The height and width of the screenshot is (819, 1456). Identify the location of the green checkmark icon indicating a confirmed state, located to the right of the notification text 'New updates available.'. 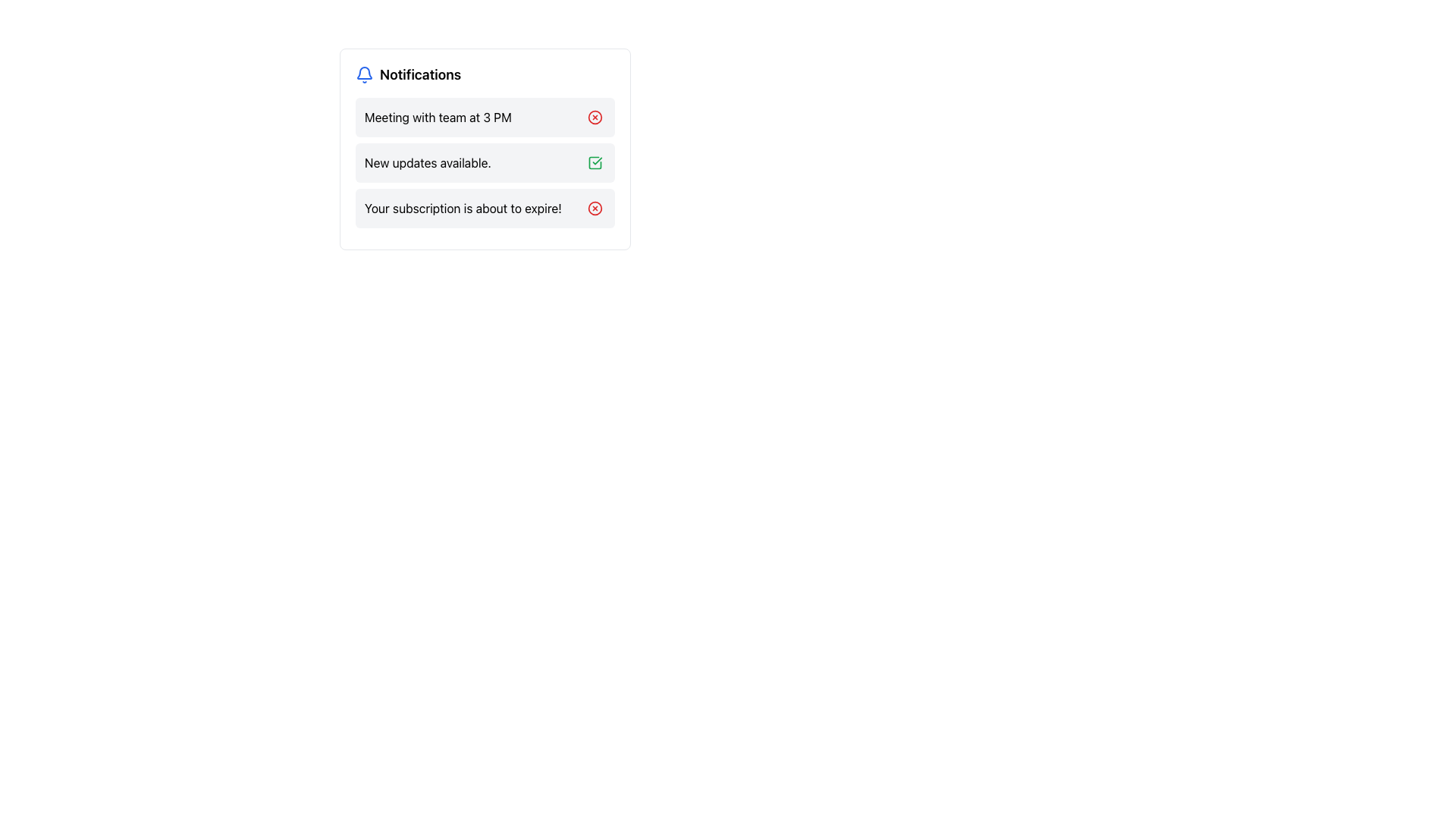
(595, 163).